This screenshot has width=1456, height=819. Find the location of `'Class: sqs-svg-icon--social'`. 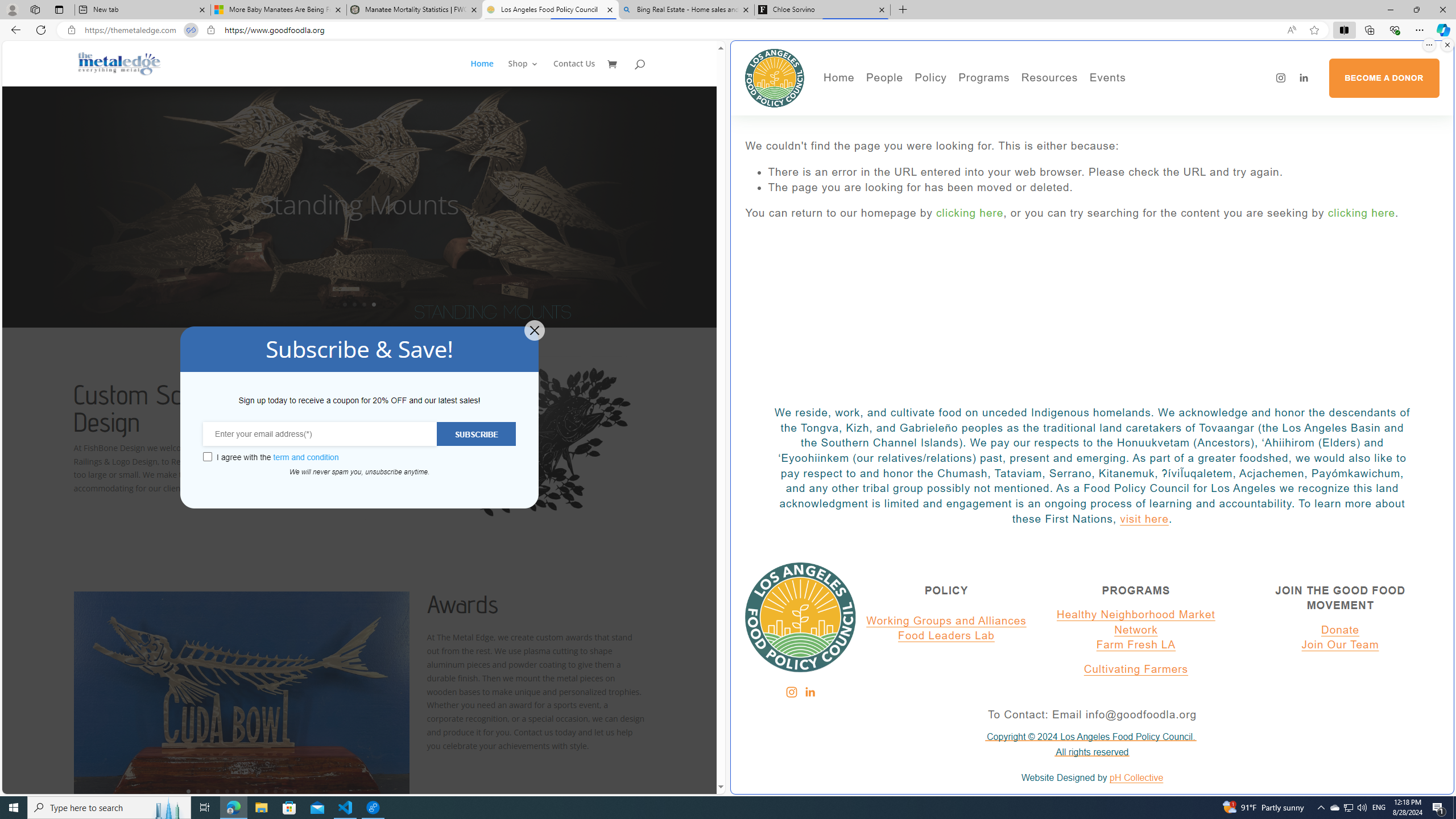

'Class: sqs-svg-icon--social' is located at coordinates (809, 692).